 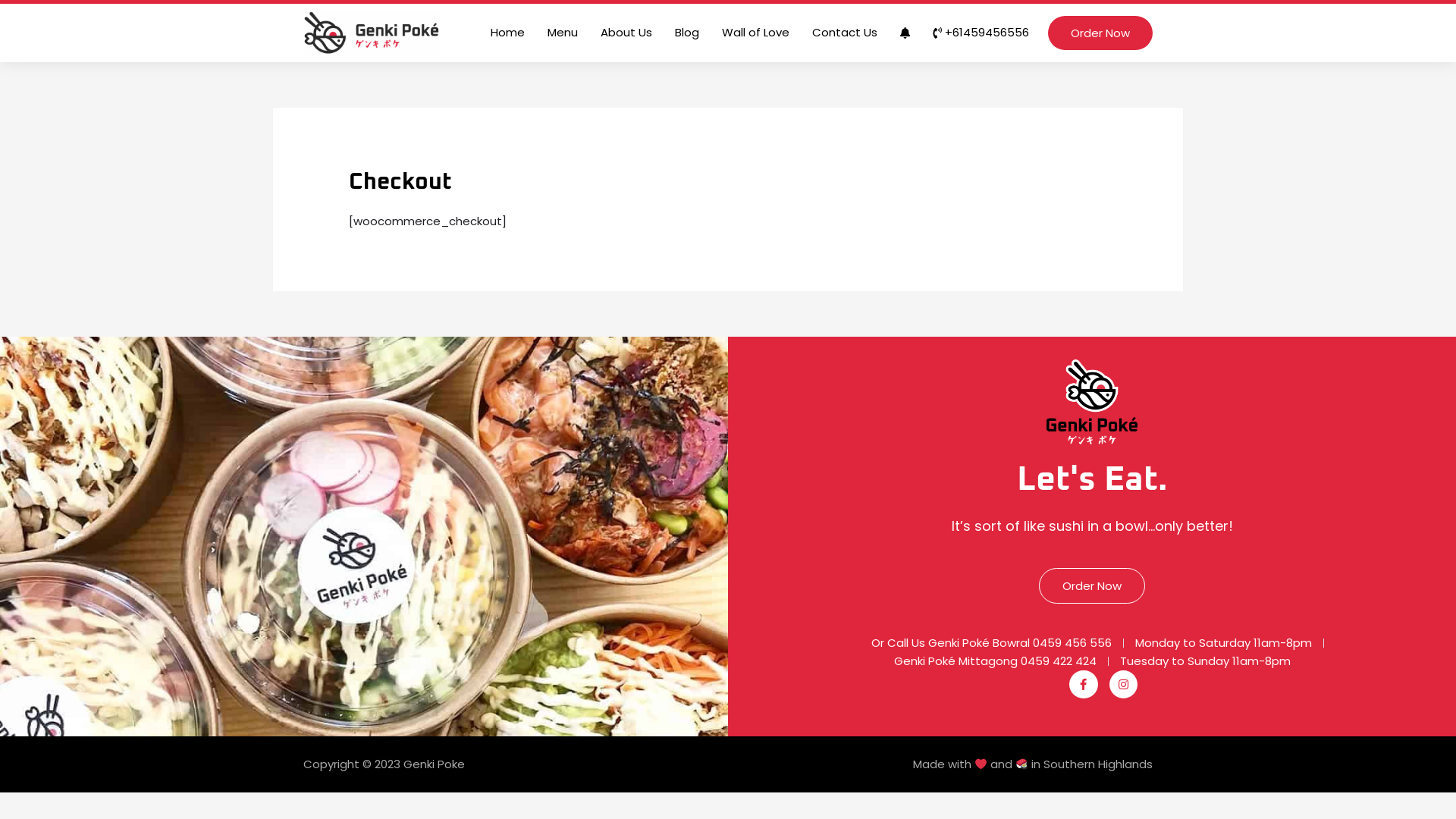 I want to click on 'Monday to Saturday 11am-8pm', so click(x=1223, y=643).